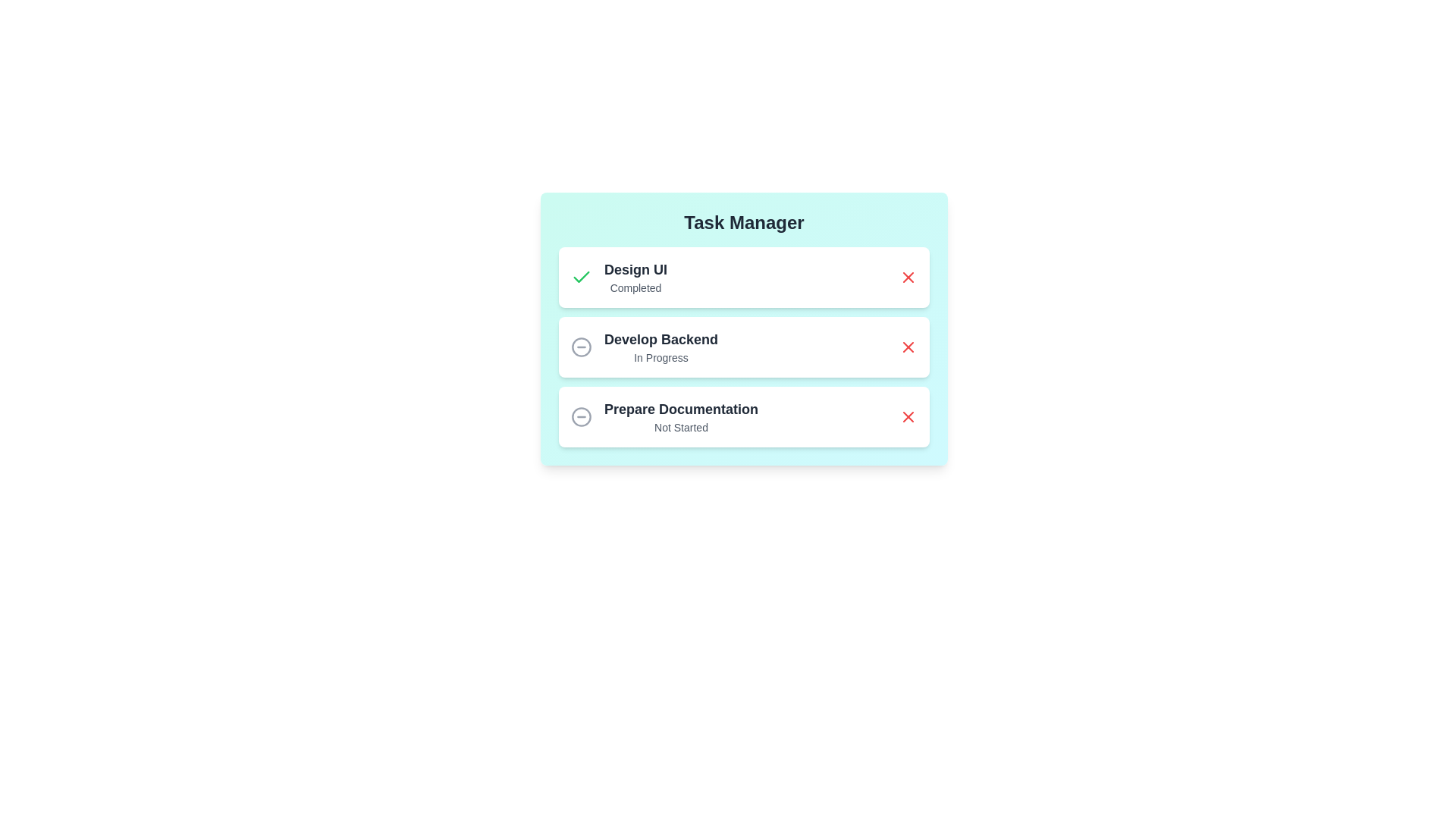 This screenshot has height=819, width=1456. What do you see at coordinates (744, 222) in the screenshot?
I see `the main heading of the component labeled 'Task Manager'` at bounding box center [744, 222].